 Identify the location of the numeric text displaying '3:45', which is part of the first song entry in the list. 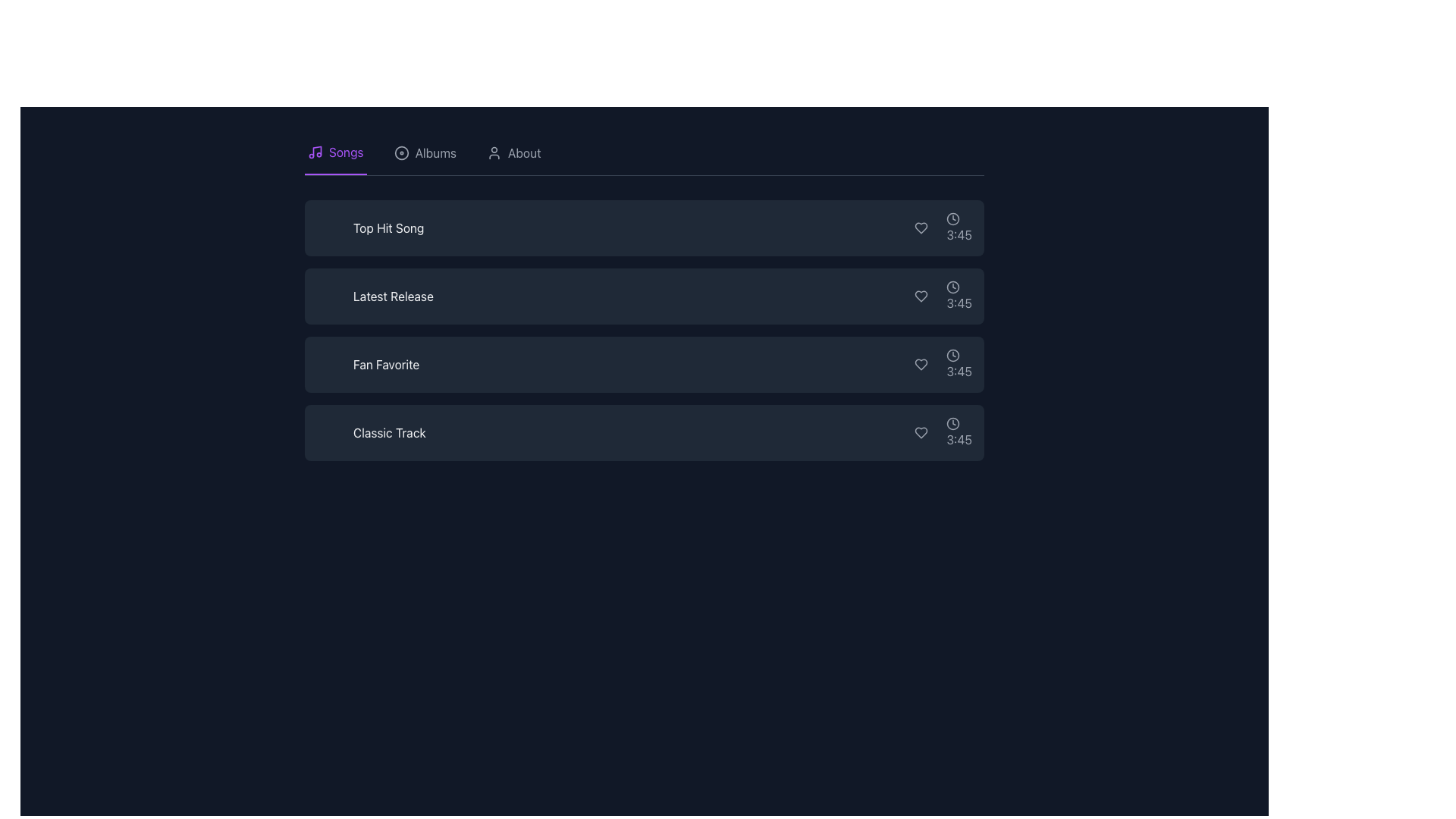
(959, 227).